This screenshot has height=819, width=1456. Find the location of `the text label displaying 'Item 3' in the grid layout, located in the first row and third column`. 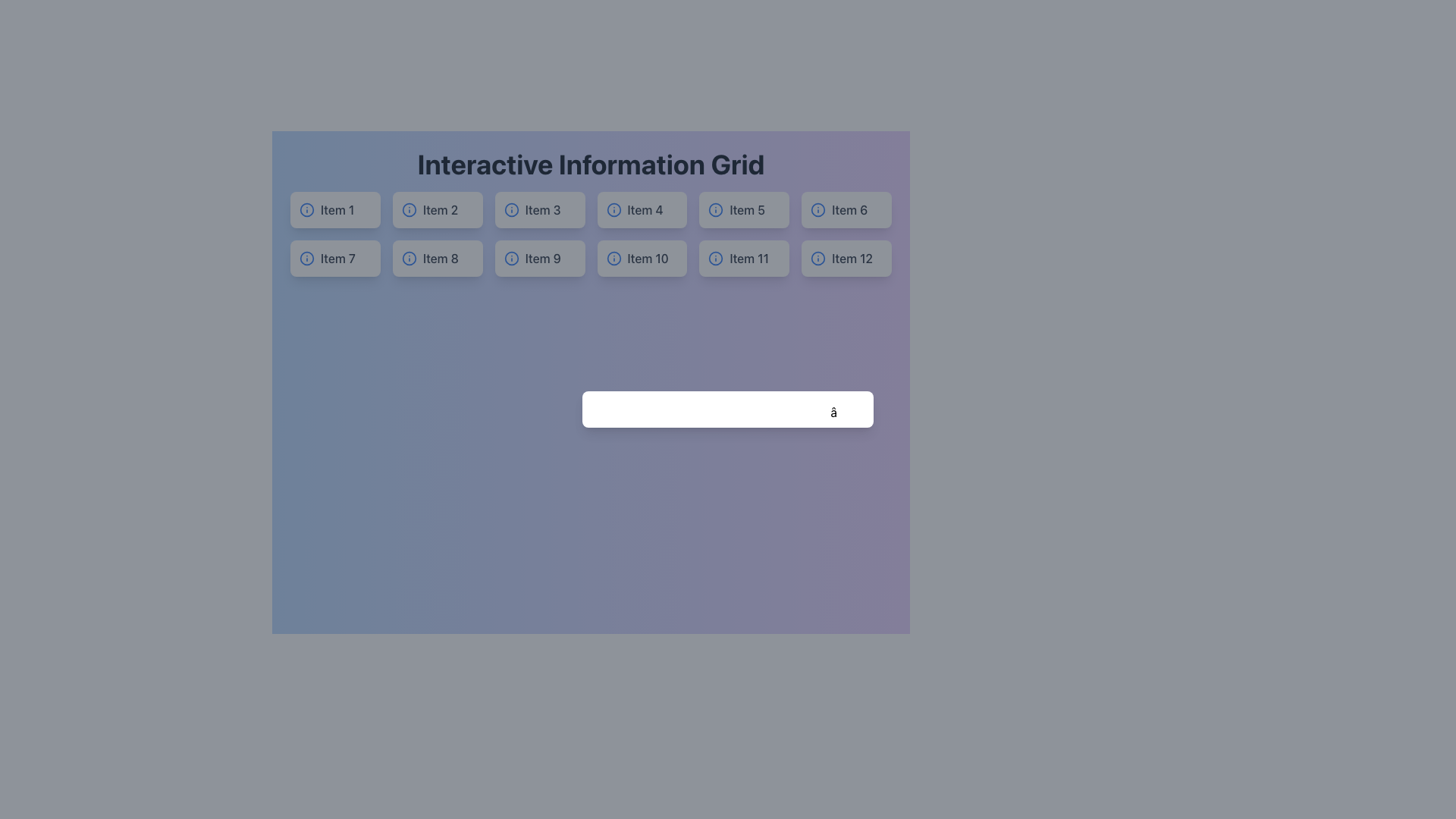

the text label displaying 'Item 3' in the grid layout, located in the first row and third column is located at coordinates (543, 210).